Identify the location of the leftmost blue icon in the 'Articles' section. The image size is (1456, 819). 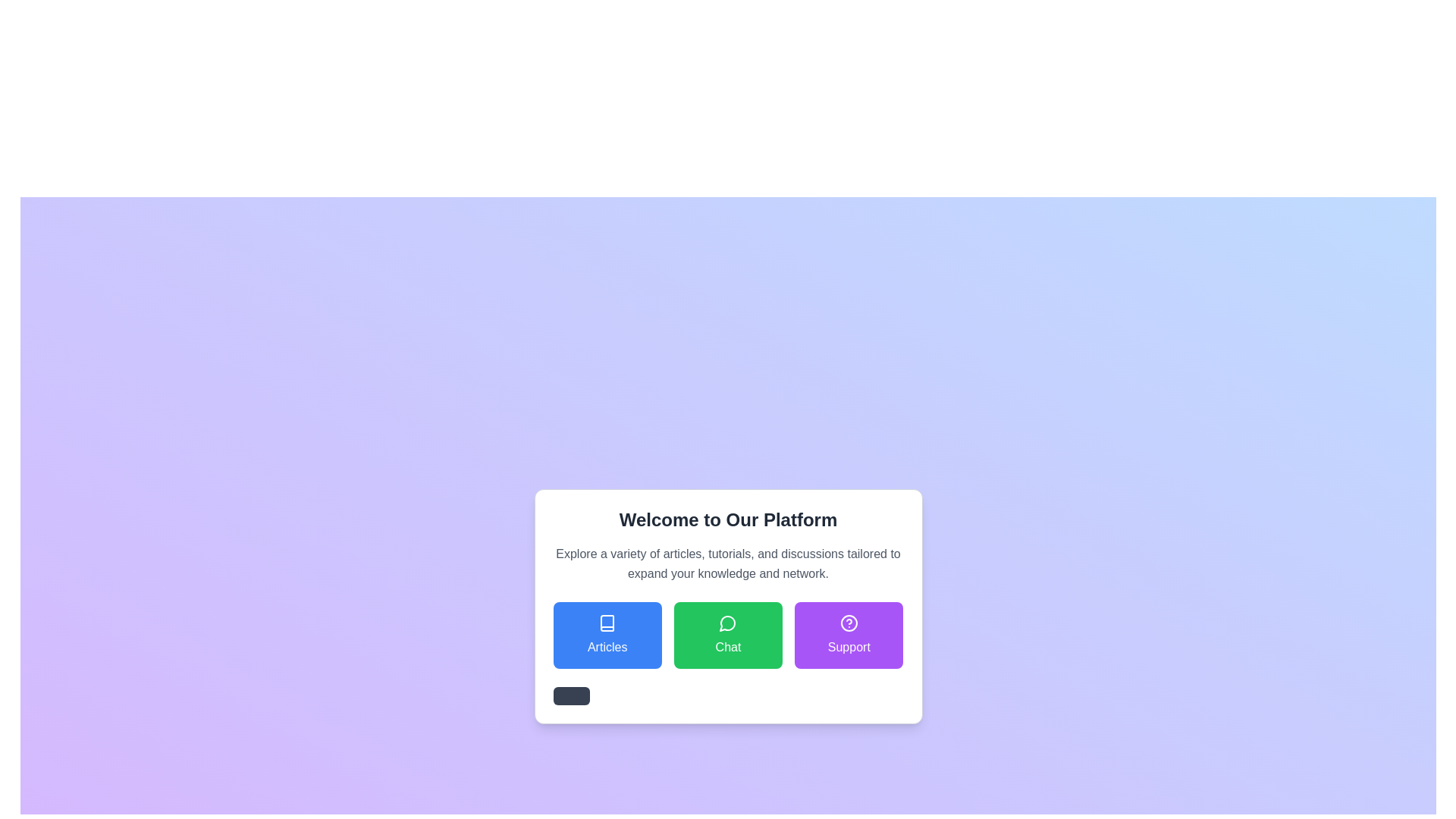
(607, 623).